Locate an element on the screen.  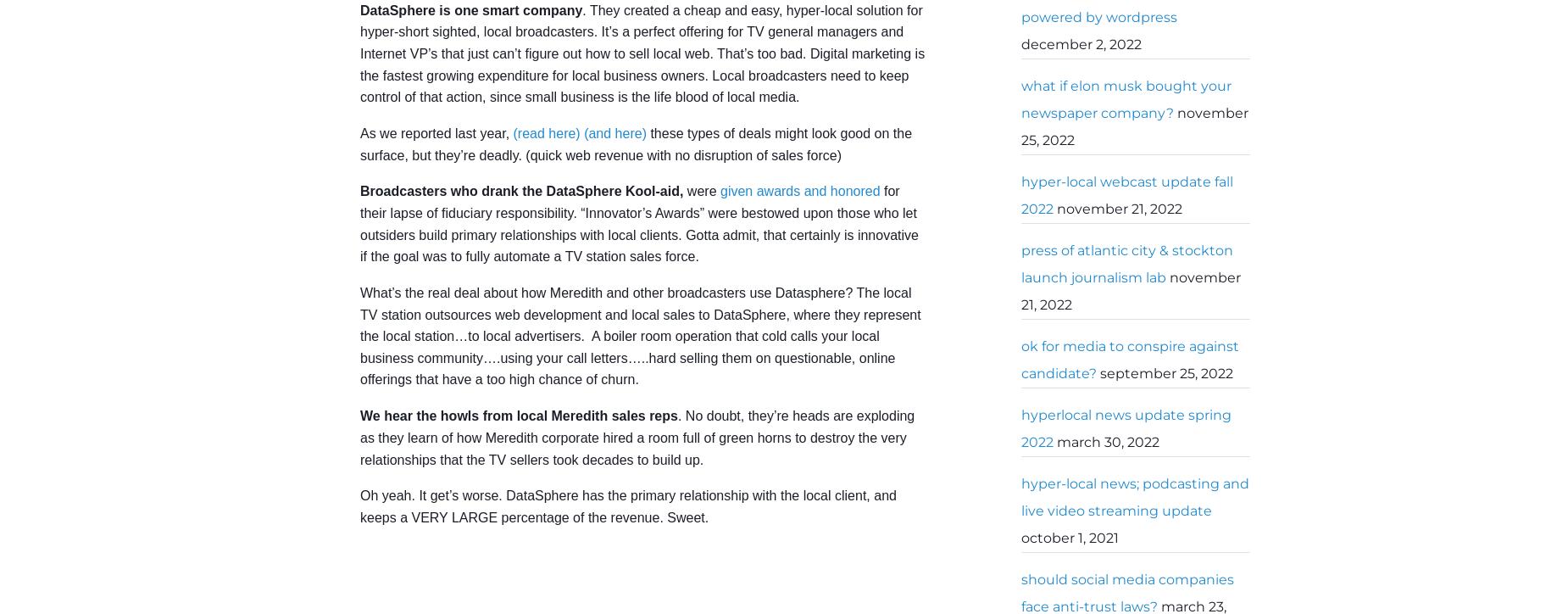
'OK for media to conspire against candidate?' is located at coordinates (1129, 360).